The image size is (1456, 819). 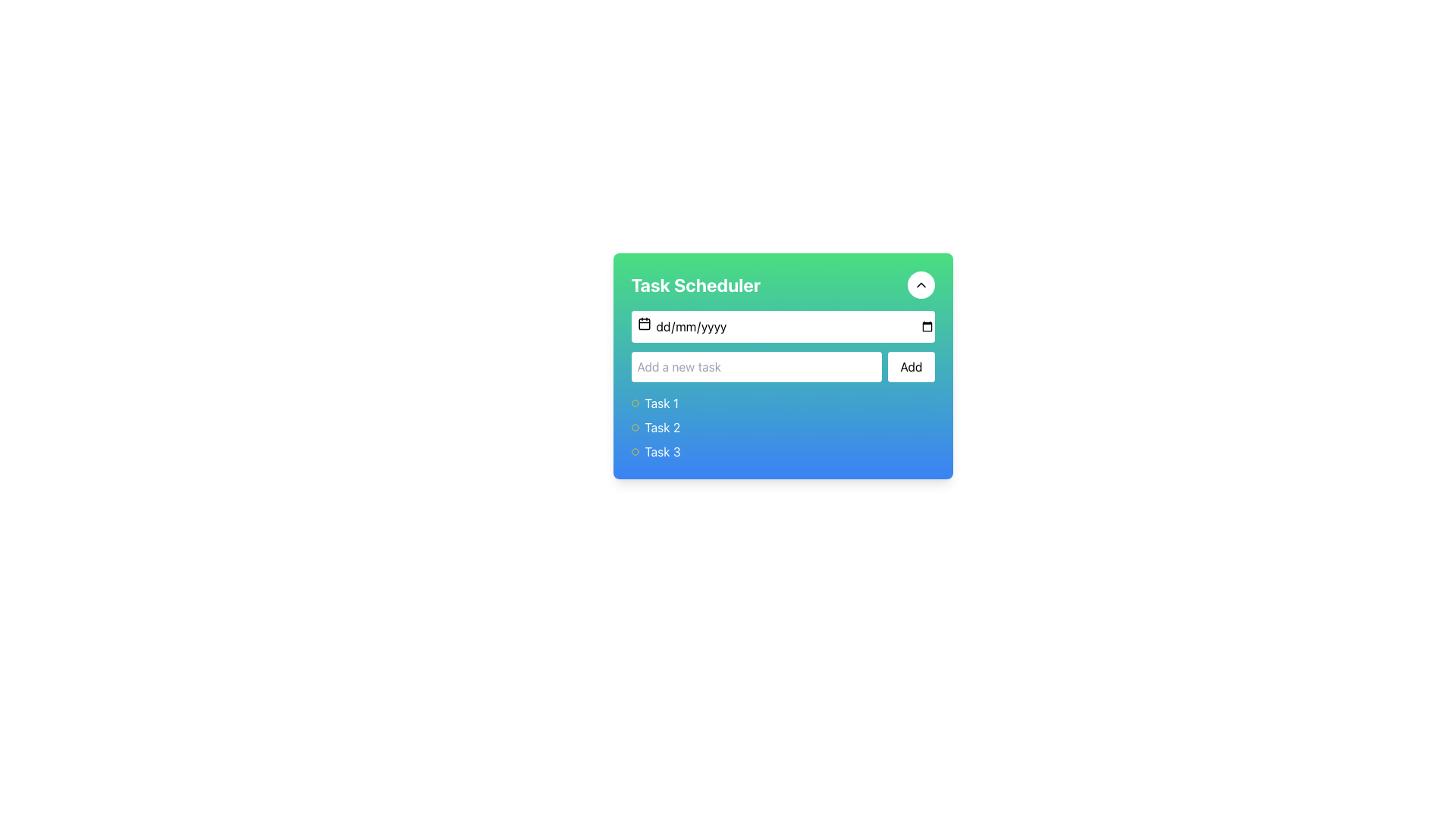 I want to click on the button located in the top-right section of the 'Task Scheduler' header, so click(x=920, y=284).